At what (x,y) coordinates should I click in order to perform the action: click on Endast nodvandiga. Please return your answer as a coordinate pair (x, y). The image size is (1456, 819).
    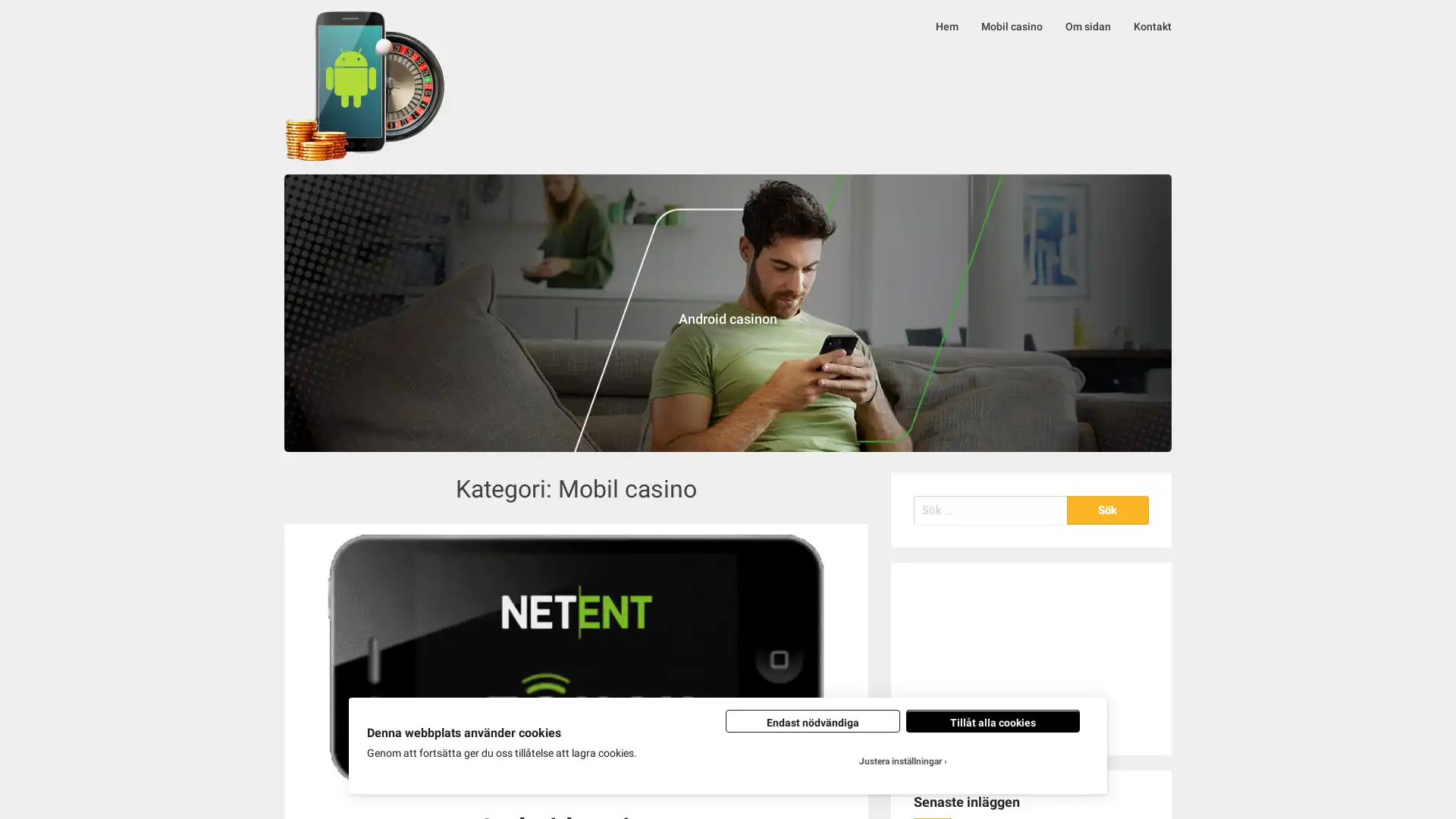
    Looking at the image, I should click on (811, 720).